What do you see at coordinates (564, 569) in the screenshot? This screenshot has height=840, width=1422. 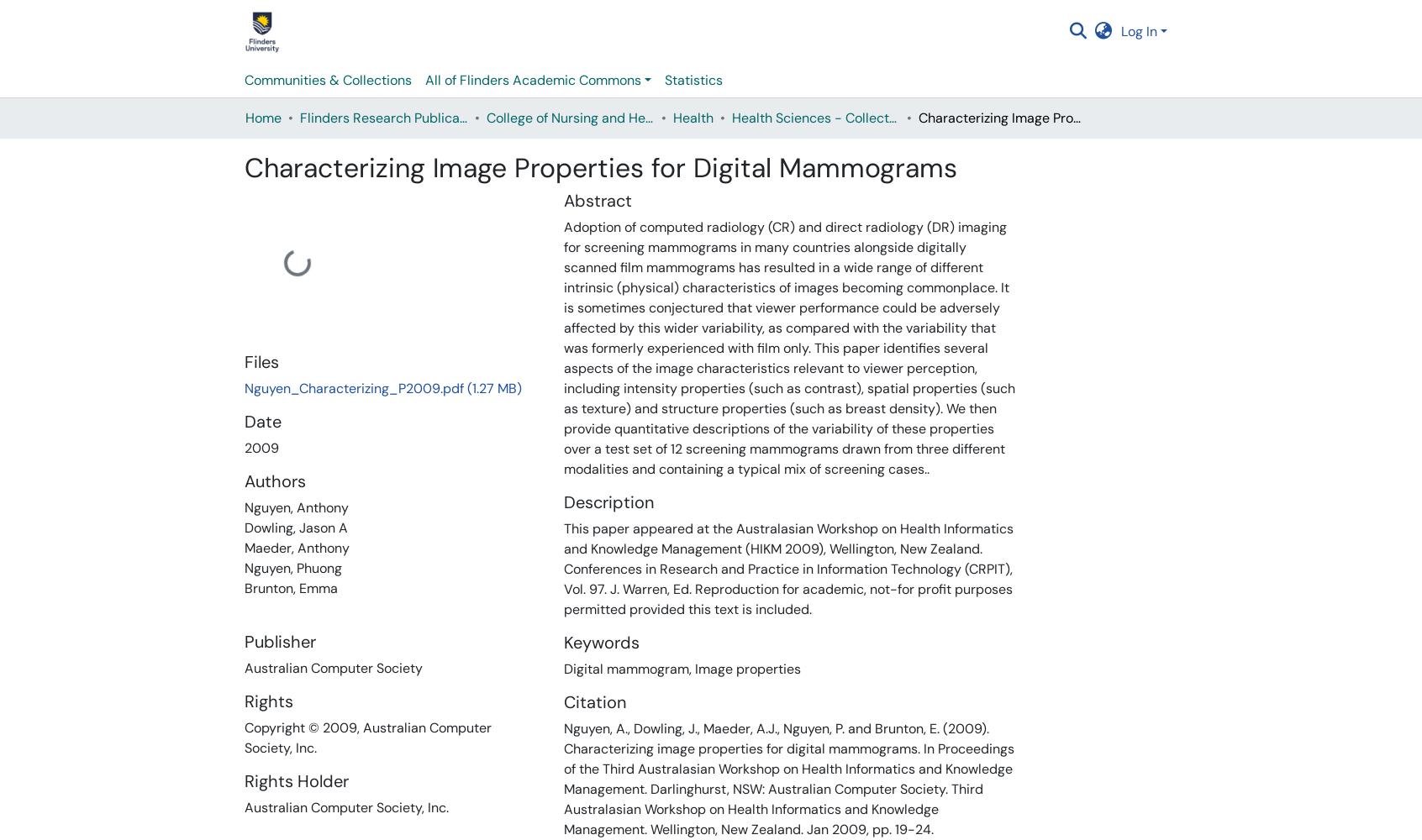 I see `'This paper appeared at the Australasian Workshop on Health Informatics and Knowledge Management (HIKM 2009), Wellington, New Zealand. Conferences in Research and Practice in Information Technology (CRPIT), Vol. 97. J. Warren, Ed. Reproduction for academic, not-for profit purposes permitted provided this text is included.'` at bounding box center [564, 569].